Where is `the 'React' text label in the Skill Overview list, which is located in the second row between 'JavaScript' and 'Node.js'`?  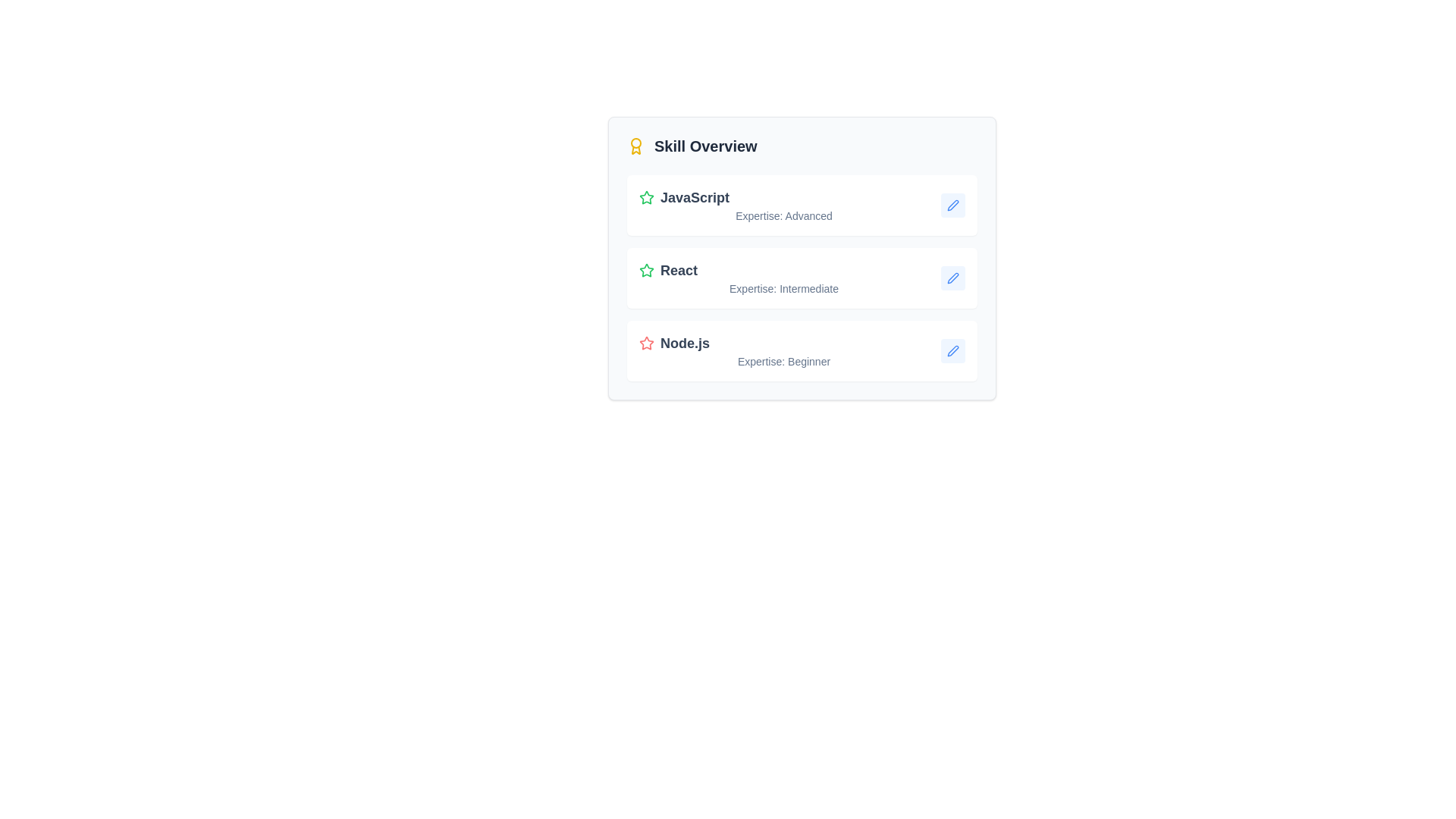
the 'React' text label in the Skill Overview list, which is located in the second row between 'JavaScript' and 'Node.js' is located at coordinates (678, 270).